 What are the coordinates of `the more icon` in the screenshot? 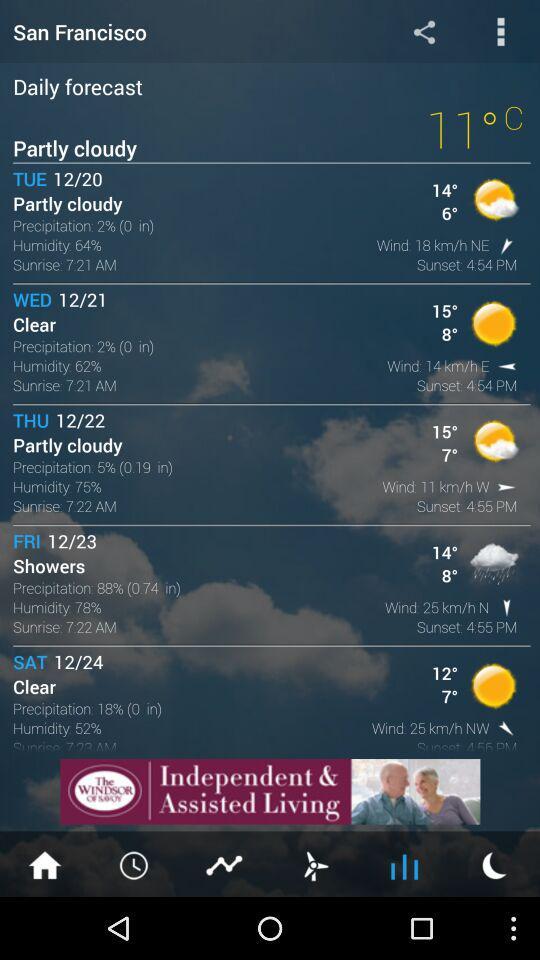 It's located at (500, 33).